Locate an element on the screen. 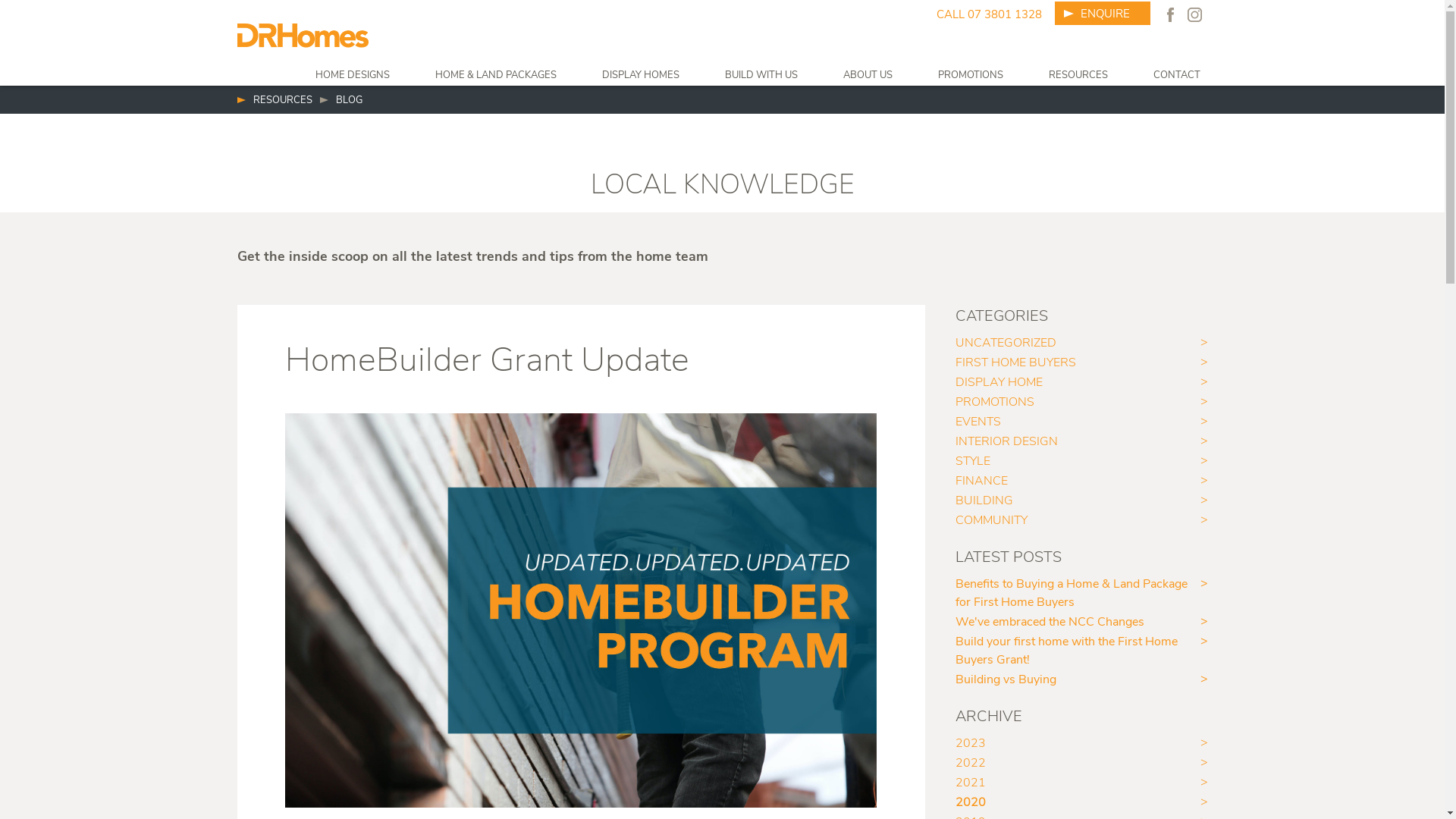  'BLOG' is located at coordinates (340, 100).